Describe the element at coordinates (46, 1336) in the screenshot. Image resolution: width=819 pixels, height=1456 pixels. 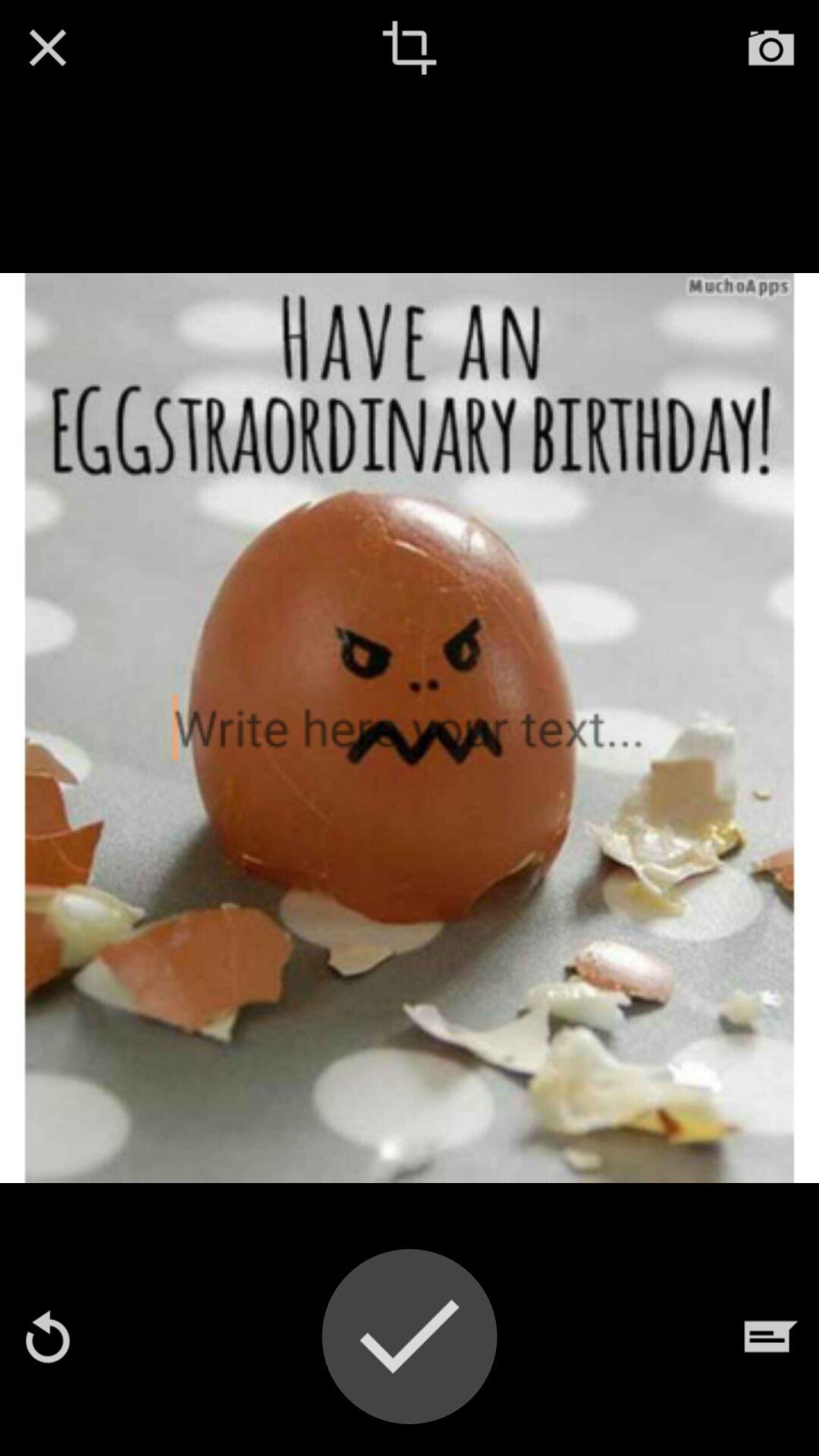
I see `the refresh icon` at that location.